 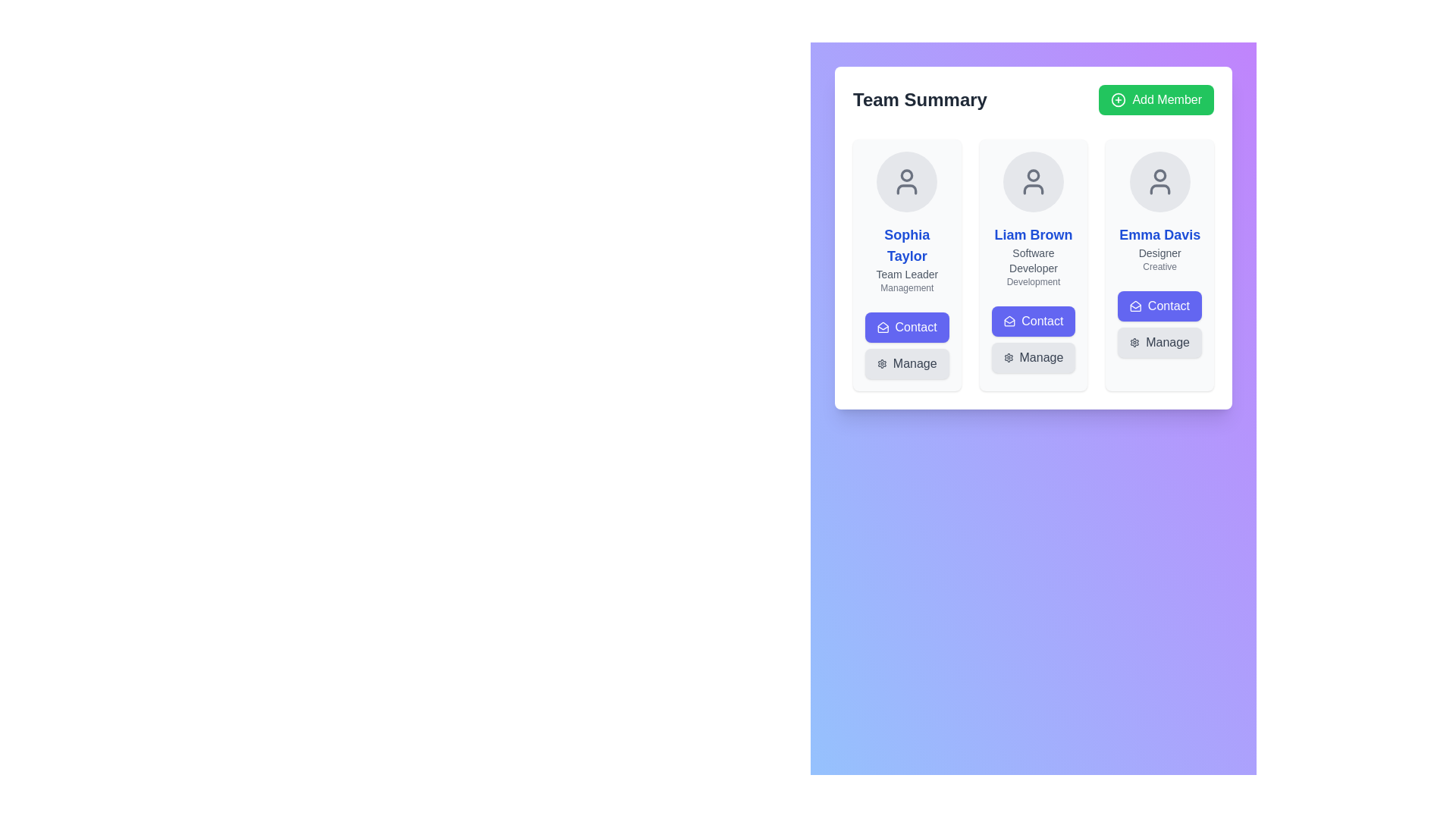 What do you see at coordinates (882, 363) in the screenshot?
I see `the cogwheel icon representing settings, which is centrally placed beneath the 'Add Member' button in the card layout` at bounding box center [882, 363].